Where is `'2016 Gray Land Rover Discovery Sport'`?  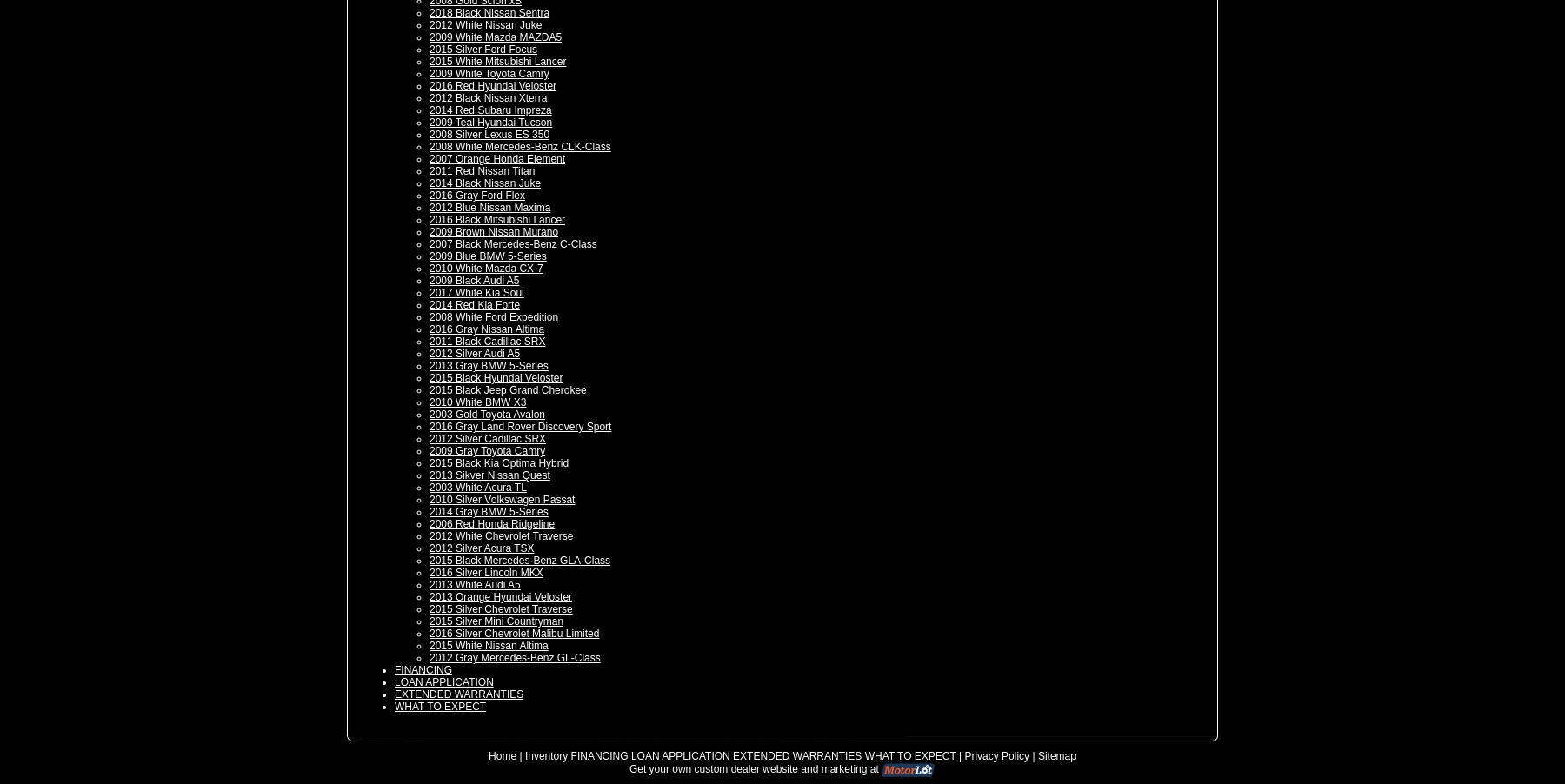
'2016 Gray Land Rover Discovery Sport' is located at coordinates (428, 425).